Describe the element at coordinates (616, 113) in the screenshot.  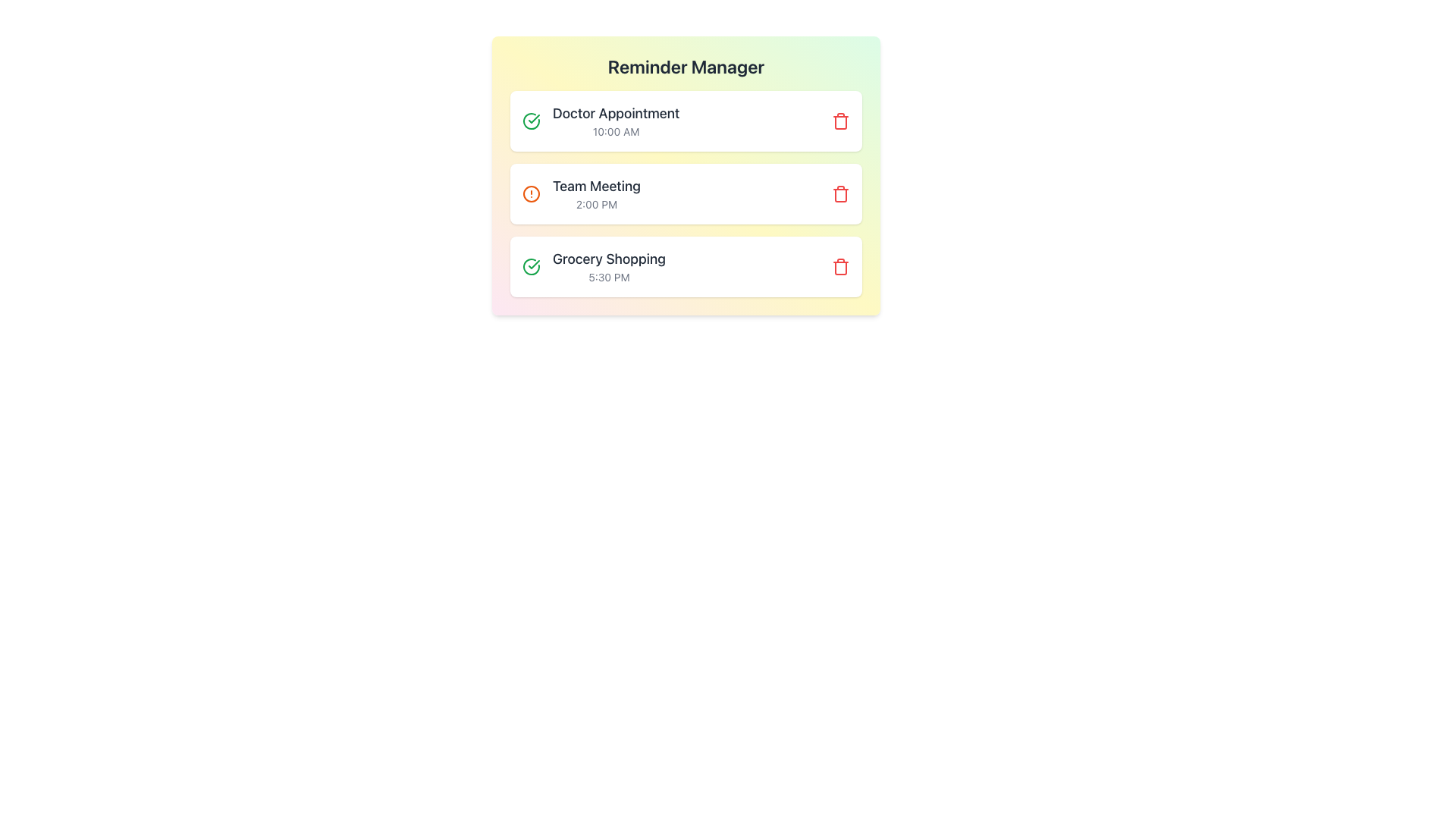
I see `the Static Text Label displaying 'Doctor Appointment', which is styled in bold, medium-large dark gray font and located above '10:00 AM' in the 'Reminder Manager' interface` at that location.